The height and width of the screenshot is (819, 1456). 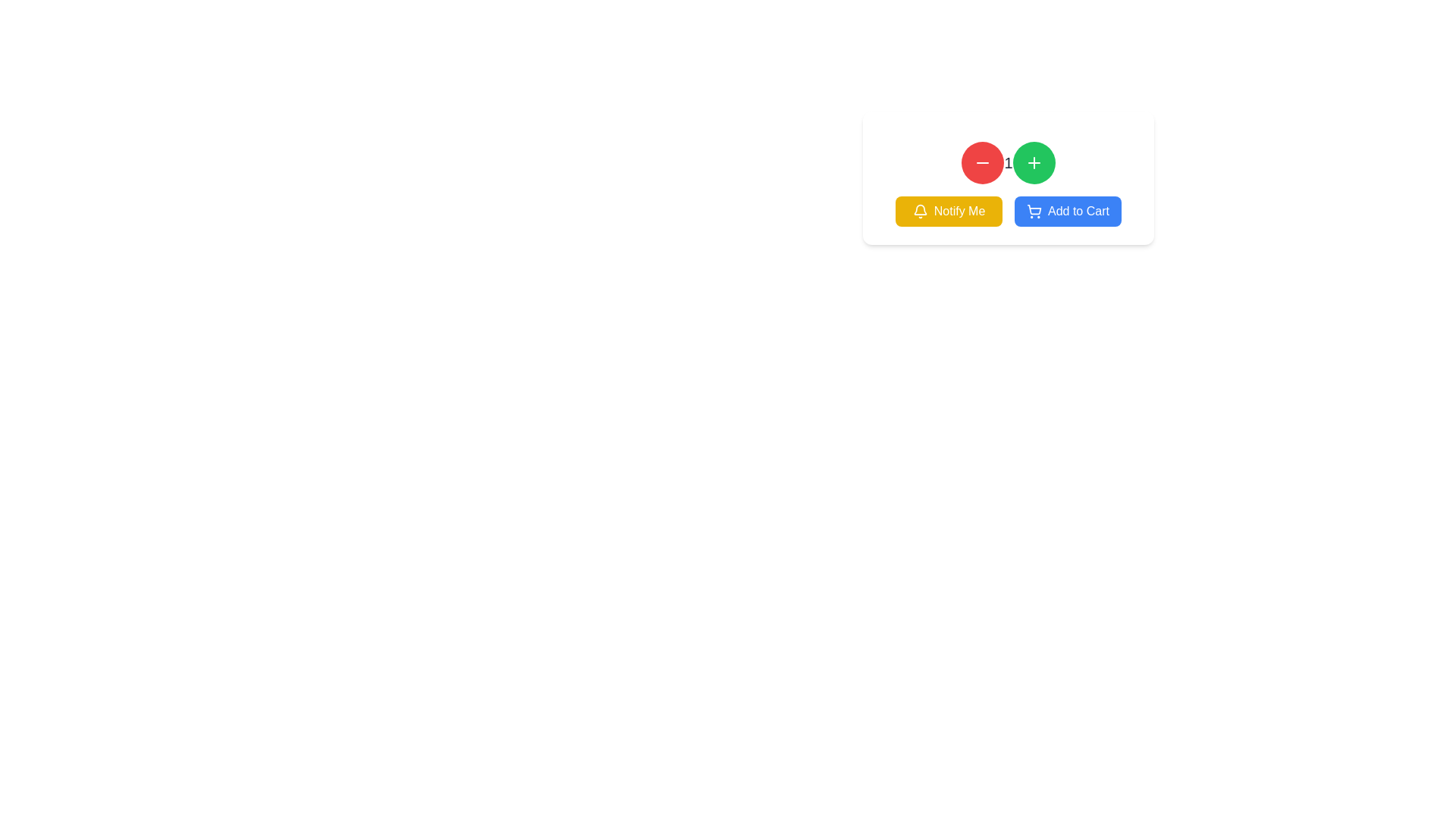 I want to click on the decrement button located to the left of the number '1' to decrease the associated quantity or value by a step, so click(x=983, y=163).